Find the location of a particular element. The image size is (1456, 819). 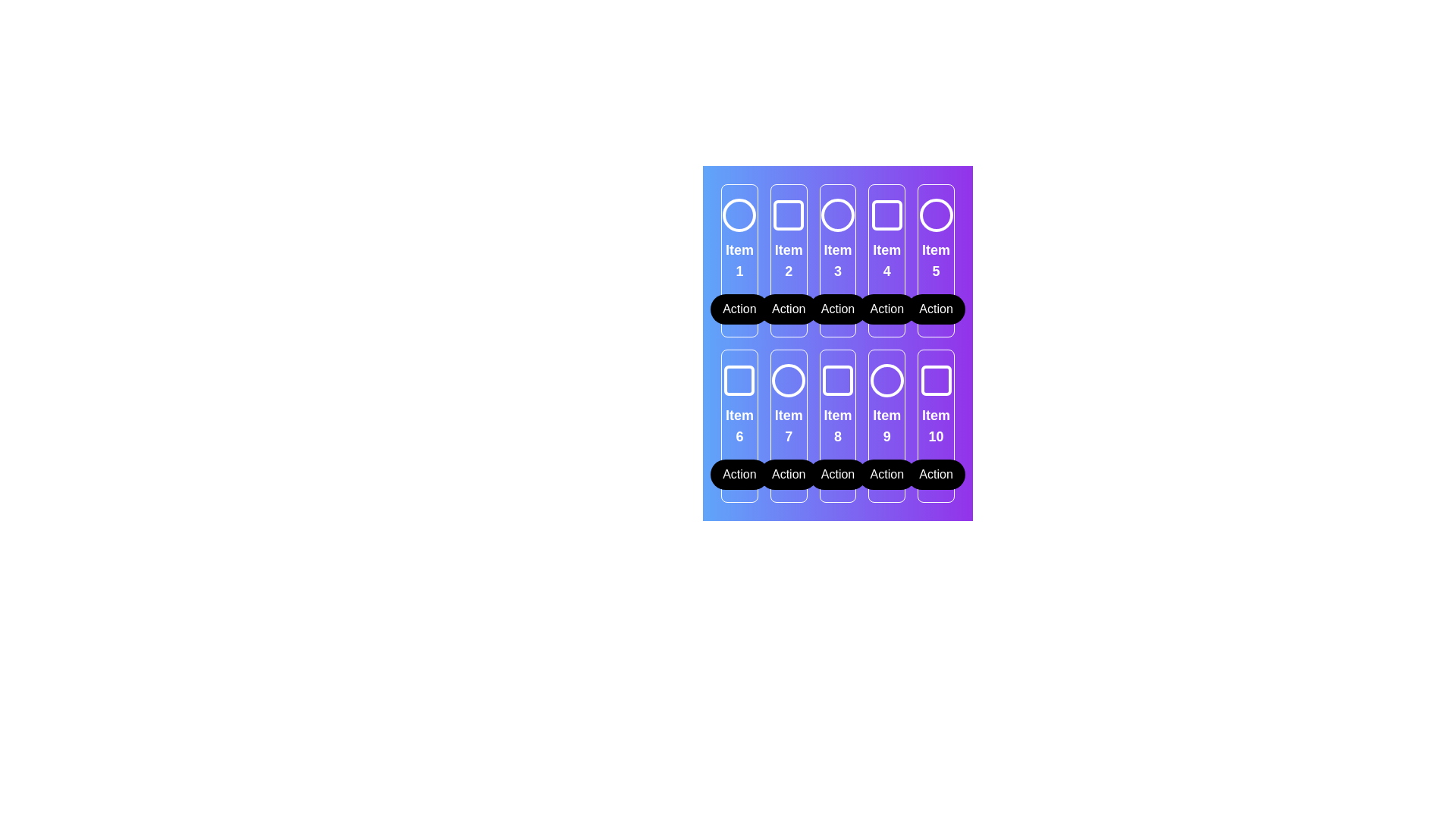

the actionable button located directly below the 'Item 1' label in the top-left section of the grid layout is located at coordinates (739, 309).